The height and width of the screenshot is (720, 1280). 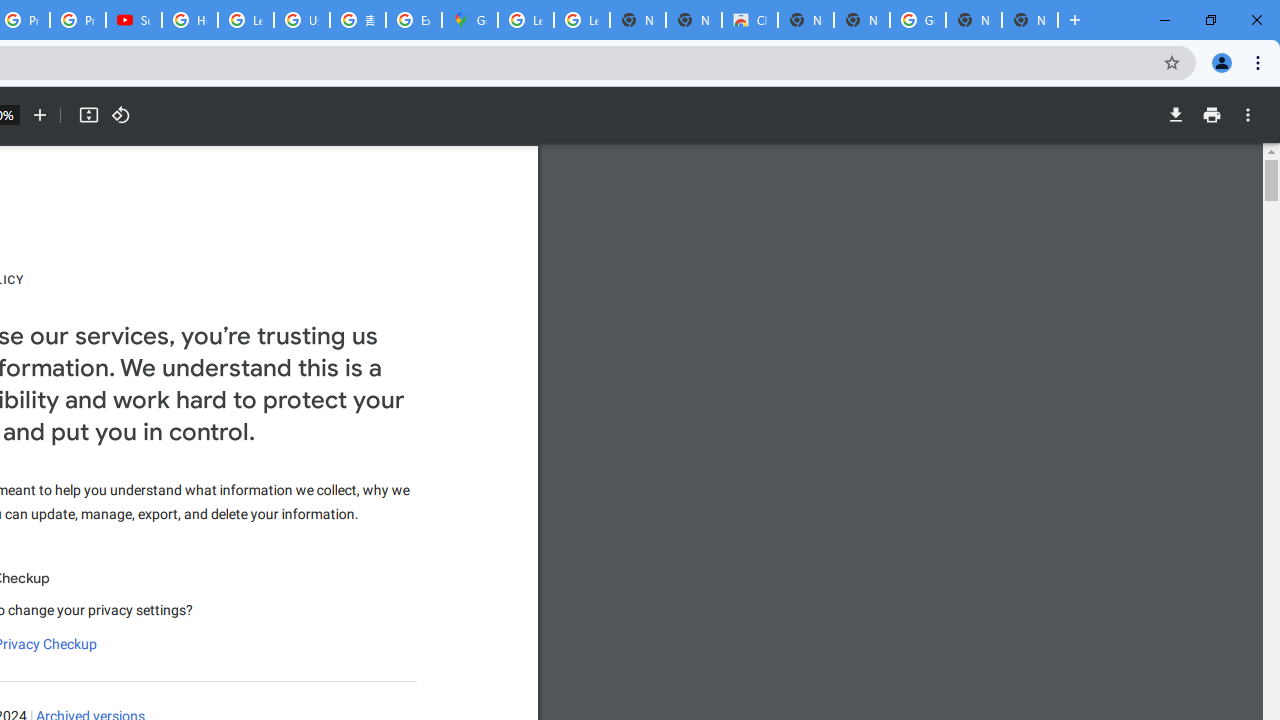 What do you see at coordinates (1247, 115) in the screenshot?
I see `'More actions'` at bounding box center [1247, 115].